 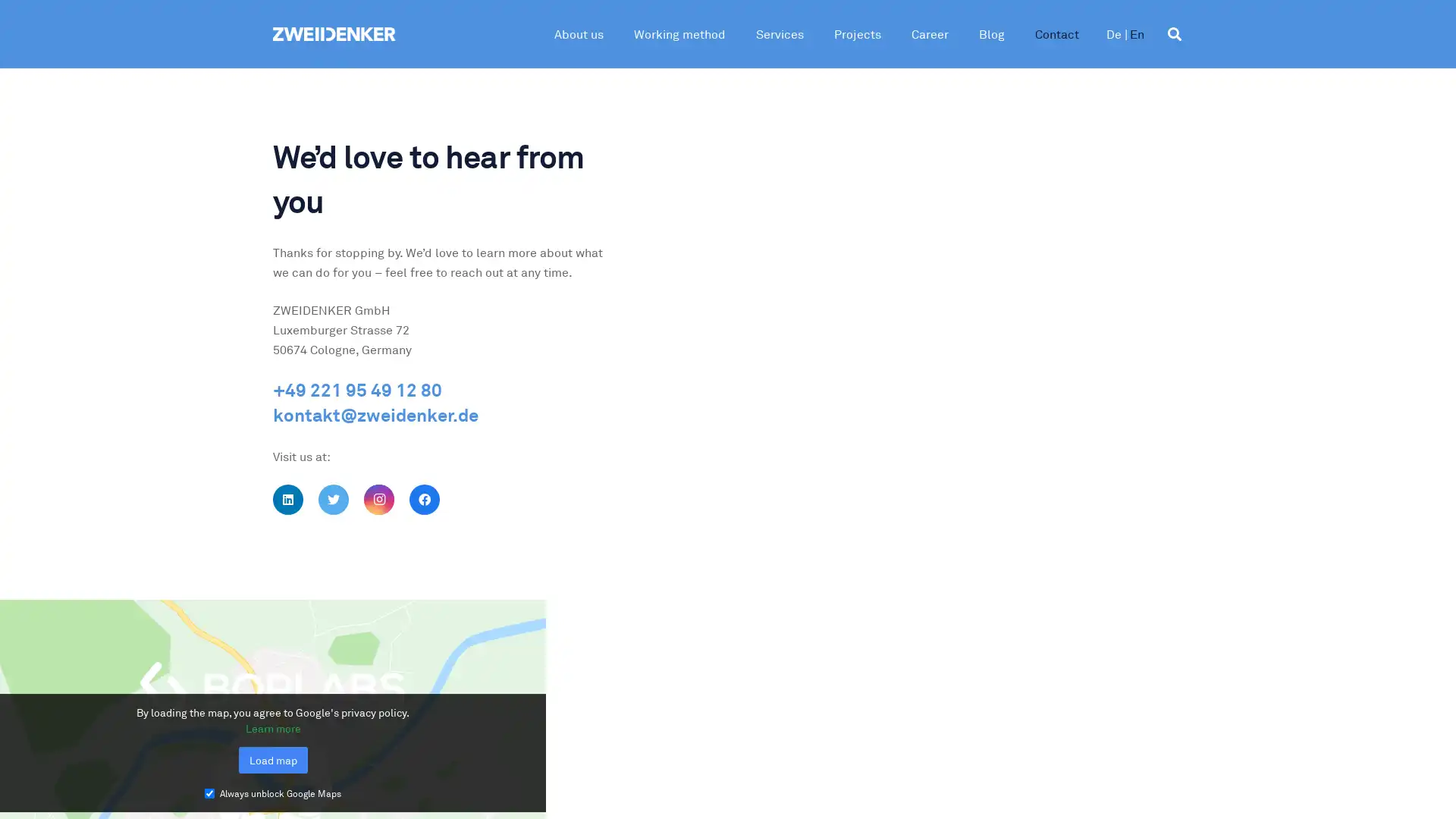 What do you see at coordinates (272, 760) in the screenshot?
I see `Load map` at bounding box center [272, 760].